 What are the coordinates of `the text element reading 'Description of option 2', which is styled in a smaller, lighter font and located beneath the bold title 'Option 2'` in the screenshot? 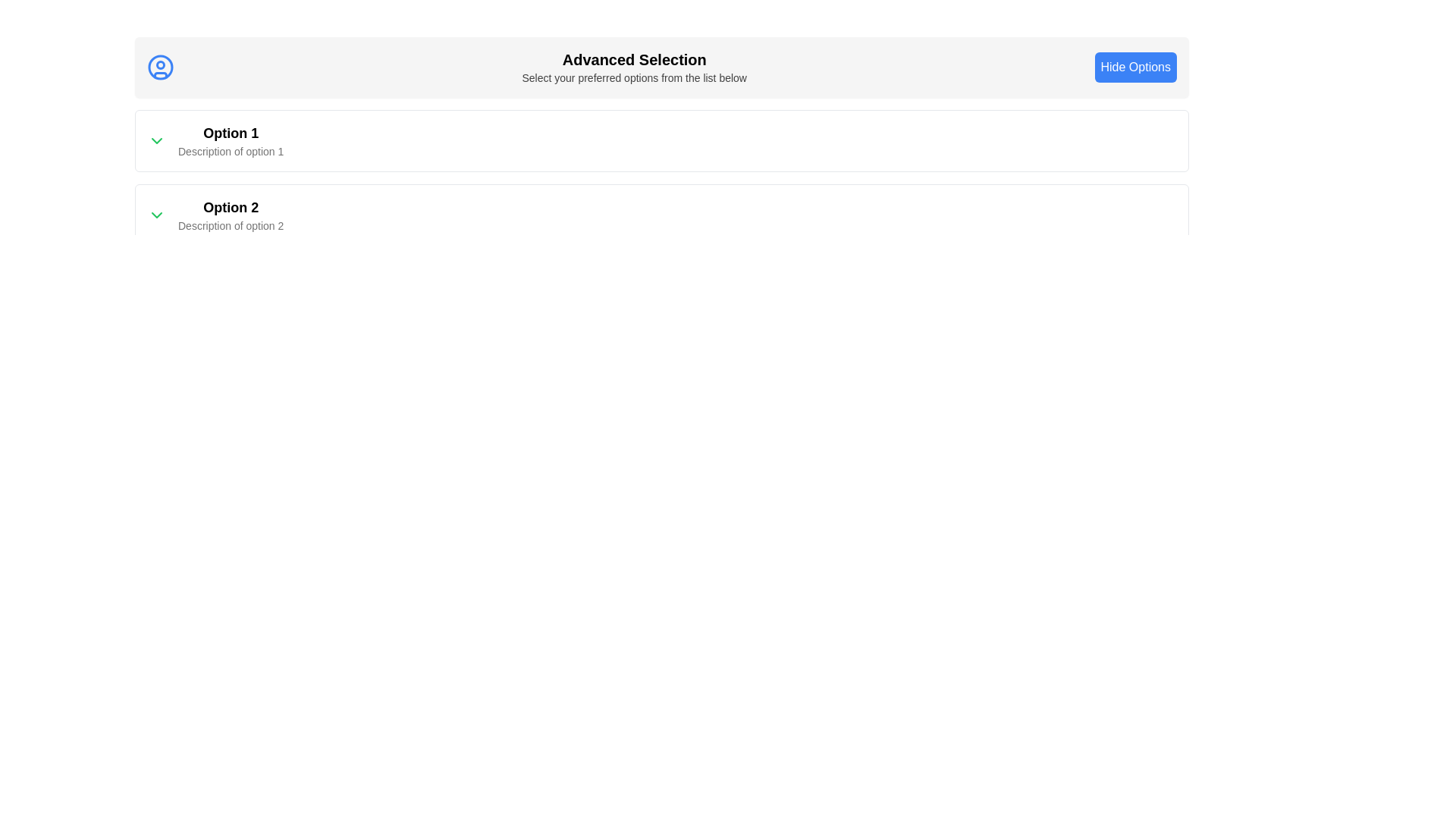 It's located at (230, 225).